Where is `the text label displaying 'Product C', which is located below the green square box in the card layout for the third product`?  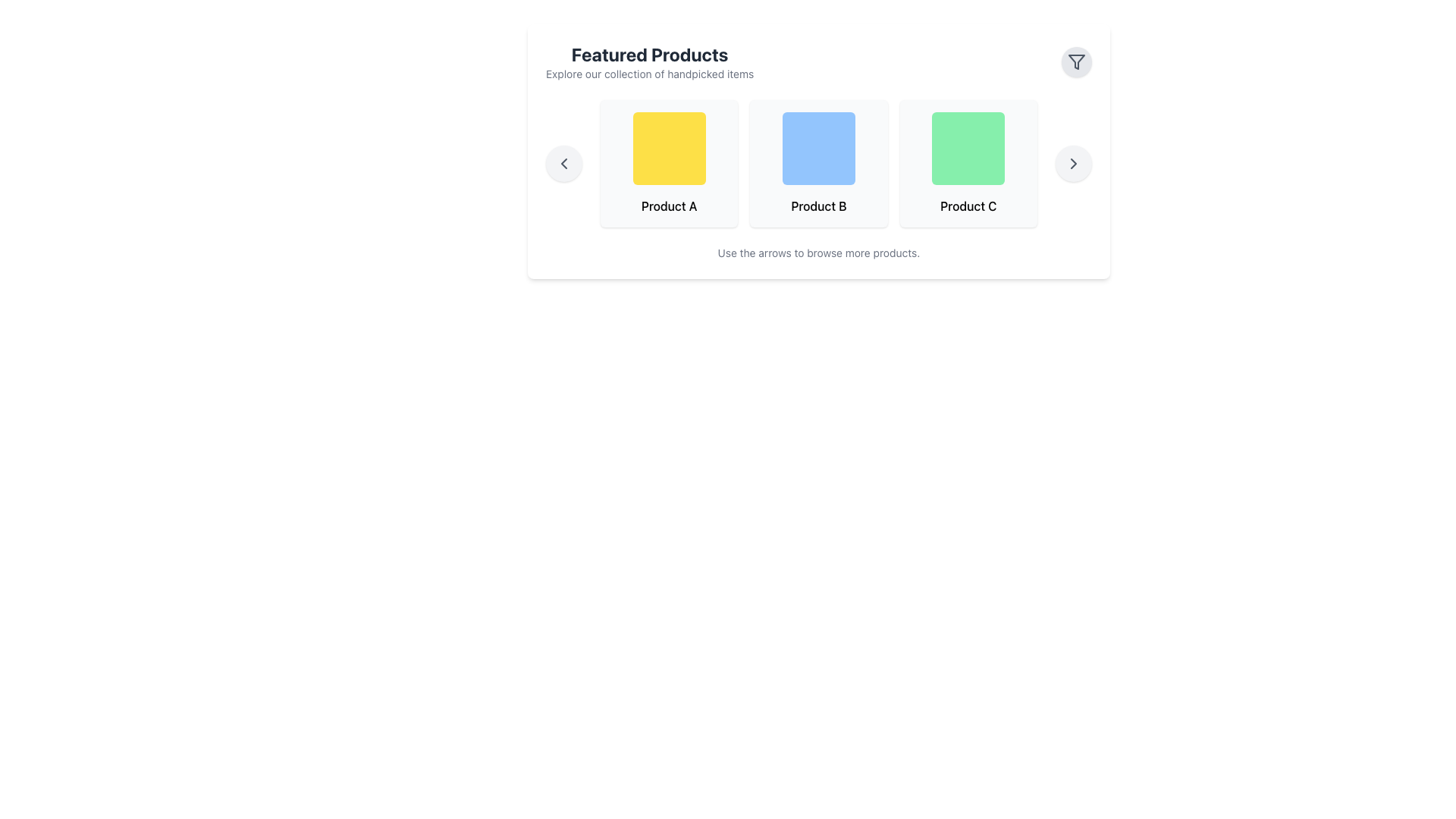 the text label displaying 'Product C', which is located below the green square box in the card layout for the third product is located at coordinates (968, 206).